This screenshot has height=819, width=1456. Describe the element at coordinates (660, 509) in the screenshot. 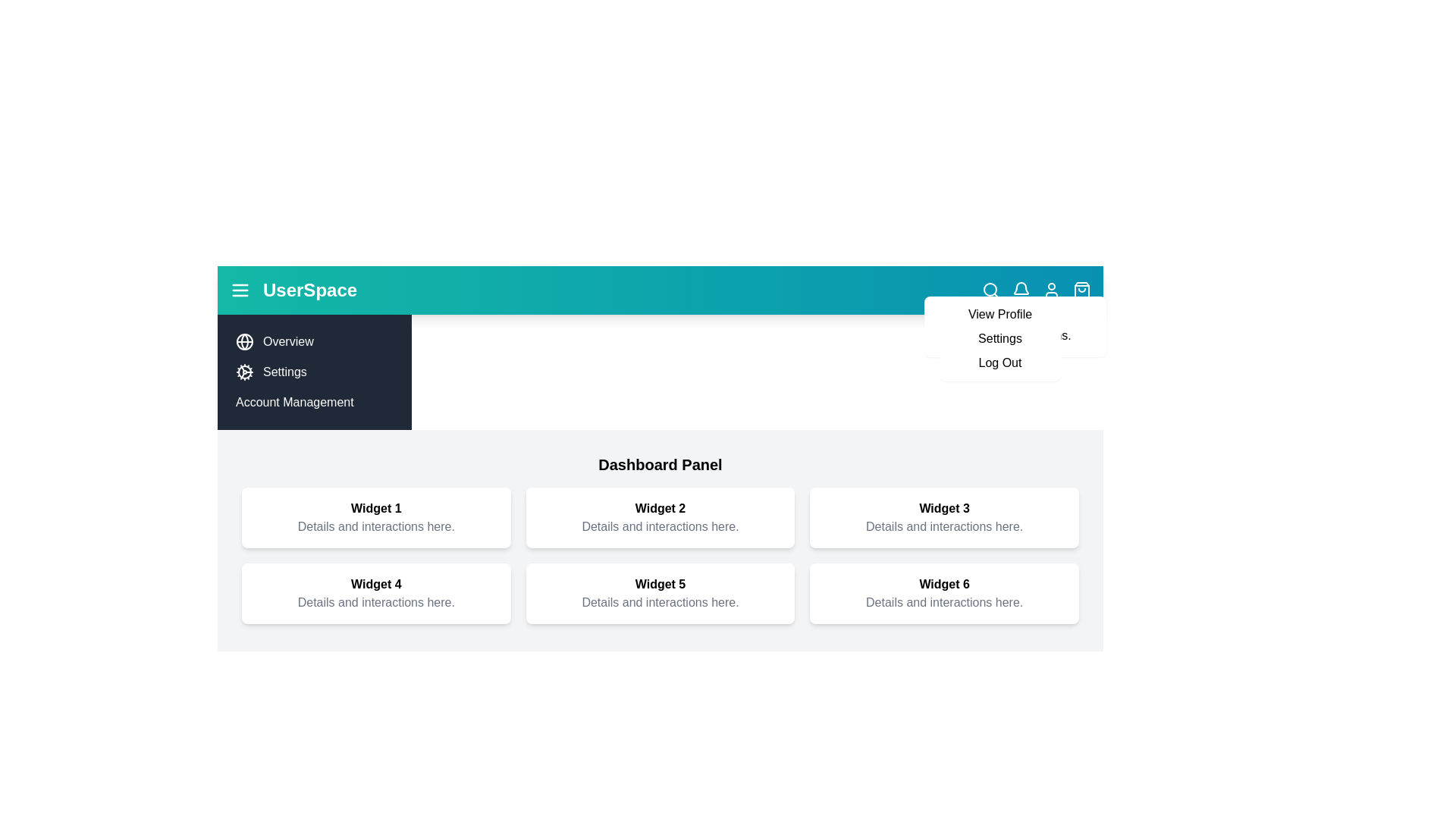

I see `the static text label that serves as the title for the second widget in the dashboard panel` at that location.